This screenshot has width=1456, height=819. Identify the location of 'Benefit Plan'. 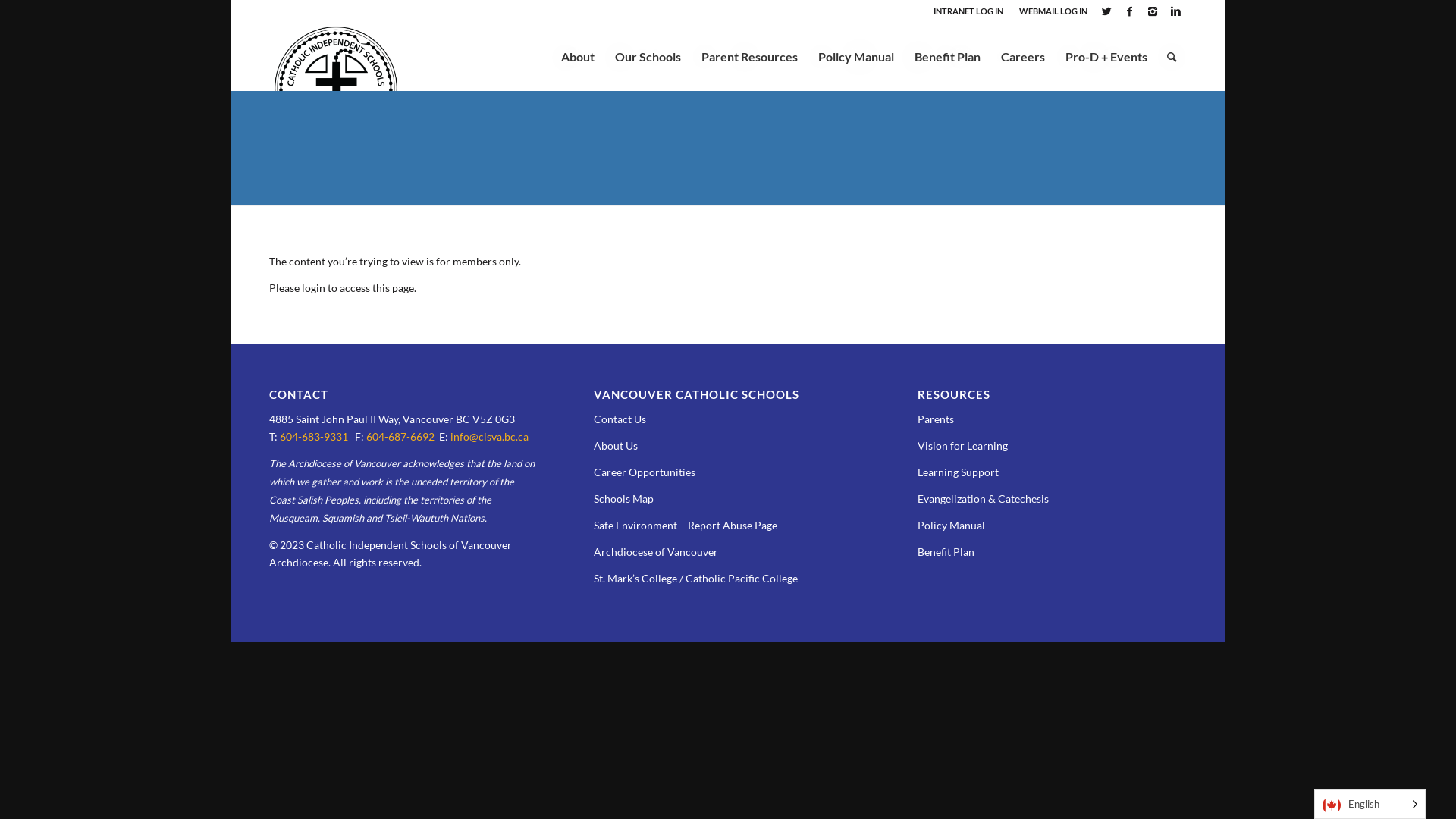
(945, 551).